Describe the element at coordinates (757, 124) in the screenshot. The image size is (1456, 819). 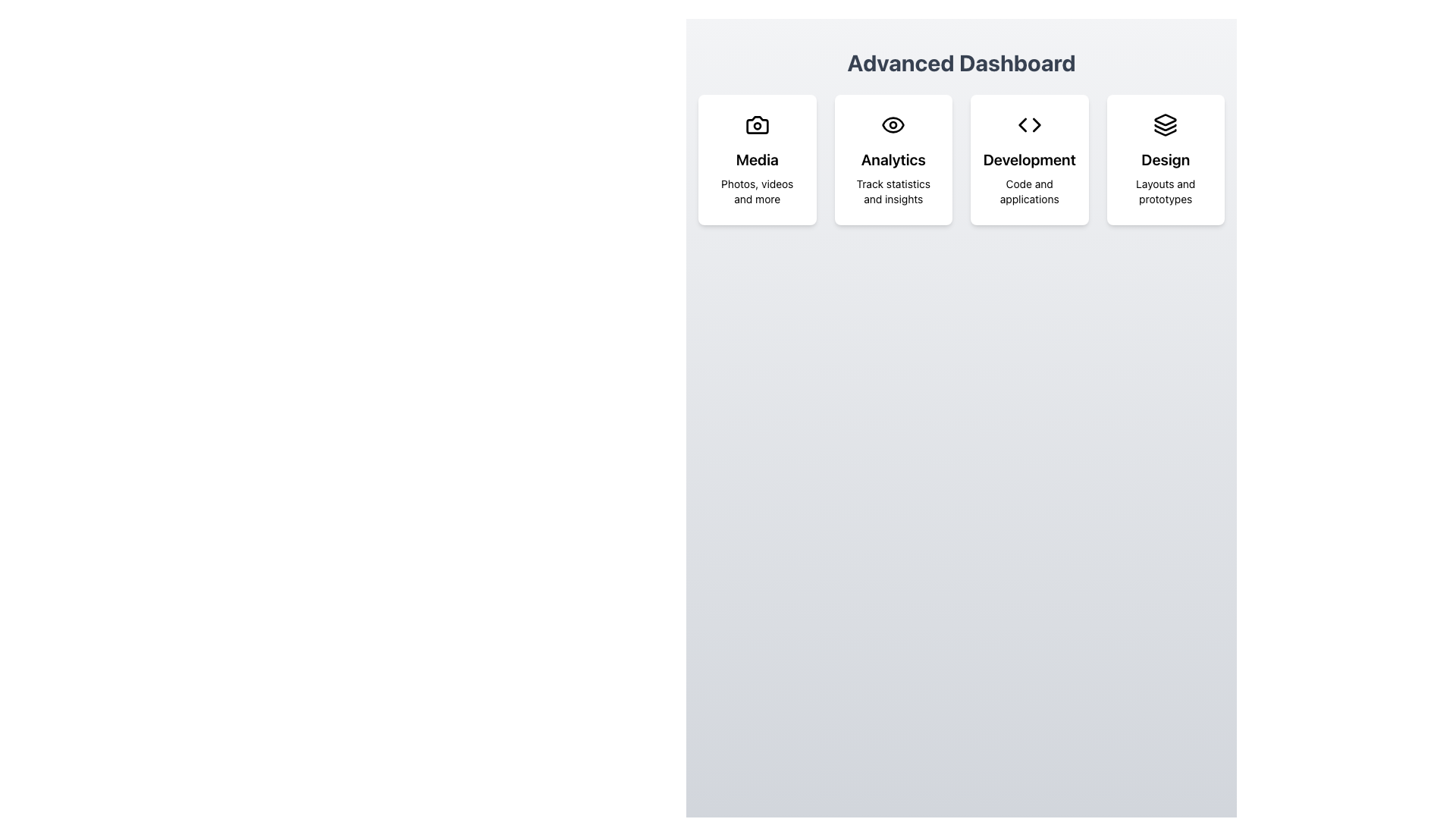
I see `the camera icon located in the 'Media' card of the 'Advanced Dashboard'` at that location.